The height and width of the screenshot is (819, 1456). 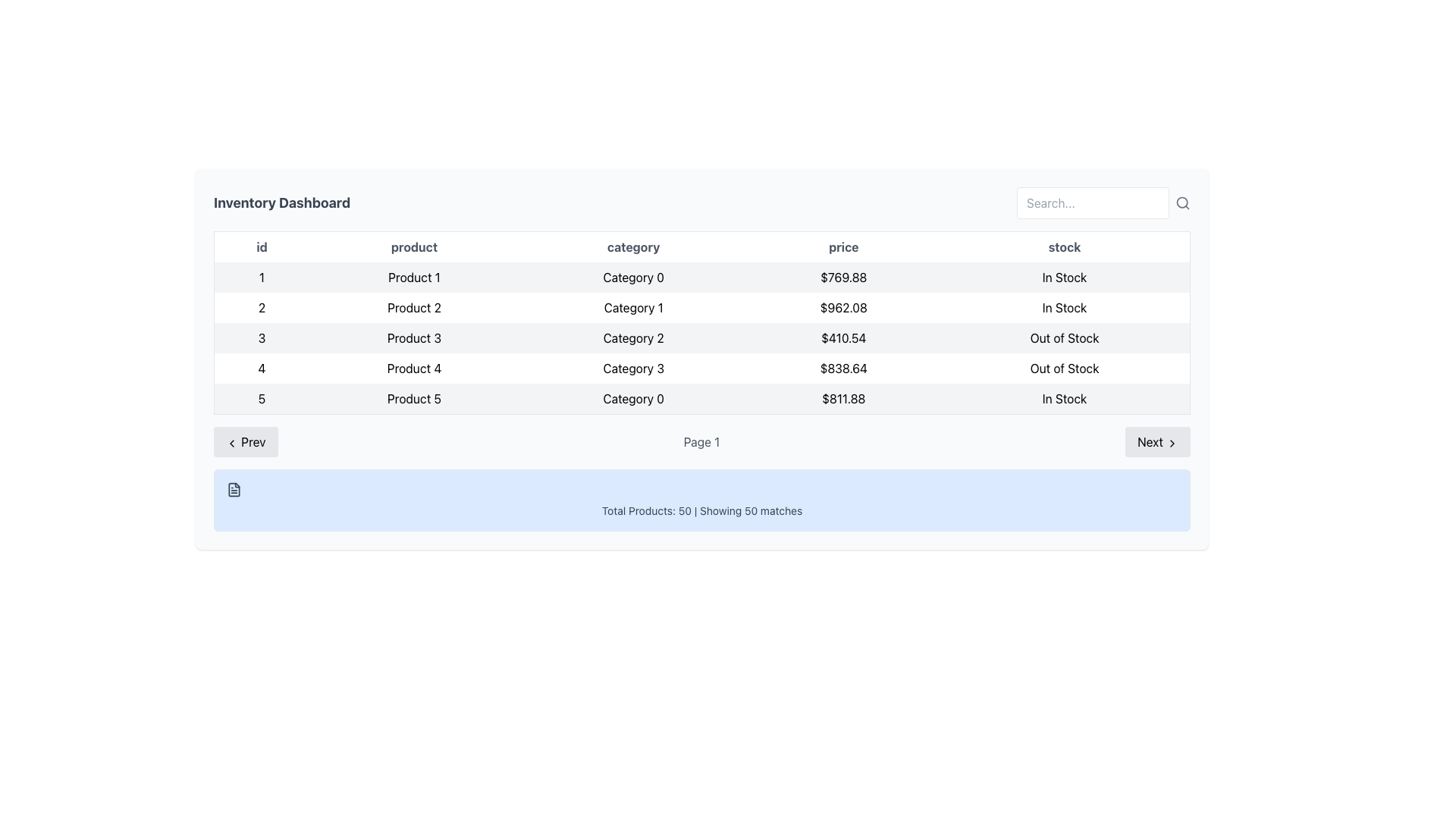 What do you see at coordinates (843, 278) in the screenshot?
I see `the text displaying the price '$769.88' in the fourth column of the first row of the table, which is adjacent to 'Category 0' and 'In Stock'` at bounding box center [843, 278].